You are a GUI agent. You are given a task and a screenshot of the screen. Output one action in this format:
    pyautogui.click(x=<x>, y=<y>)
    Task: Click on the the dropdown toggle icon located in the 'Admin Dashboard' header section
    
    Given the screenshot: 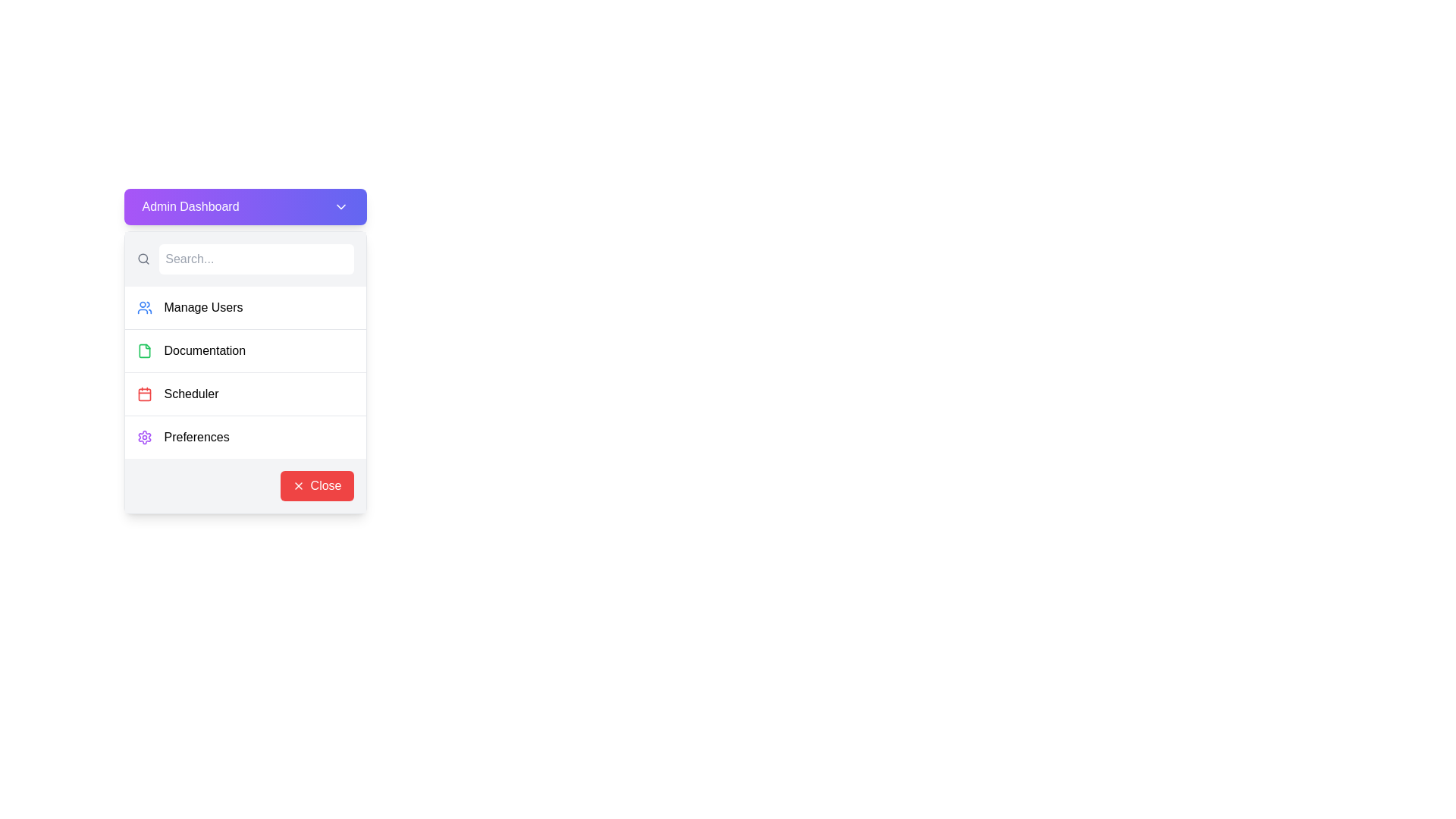 What is the action you would take?
    pyautogui.click(x=340, y=207)
    